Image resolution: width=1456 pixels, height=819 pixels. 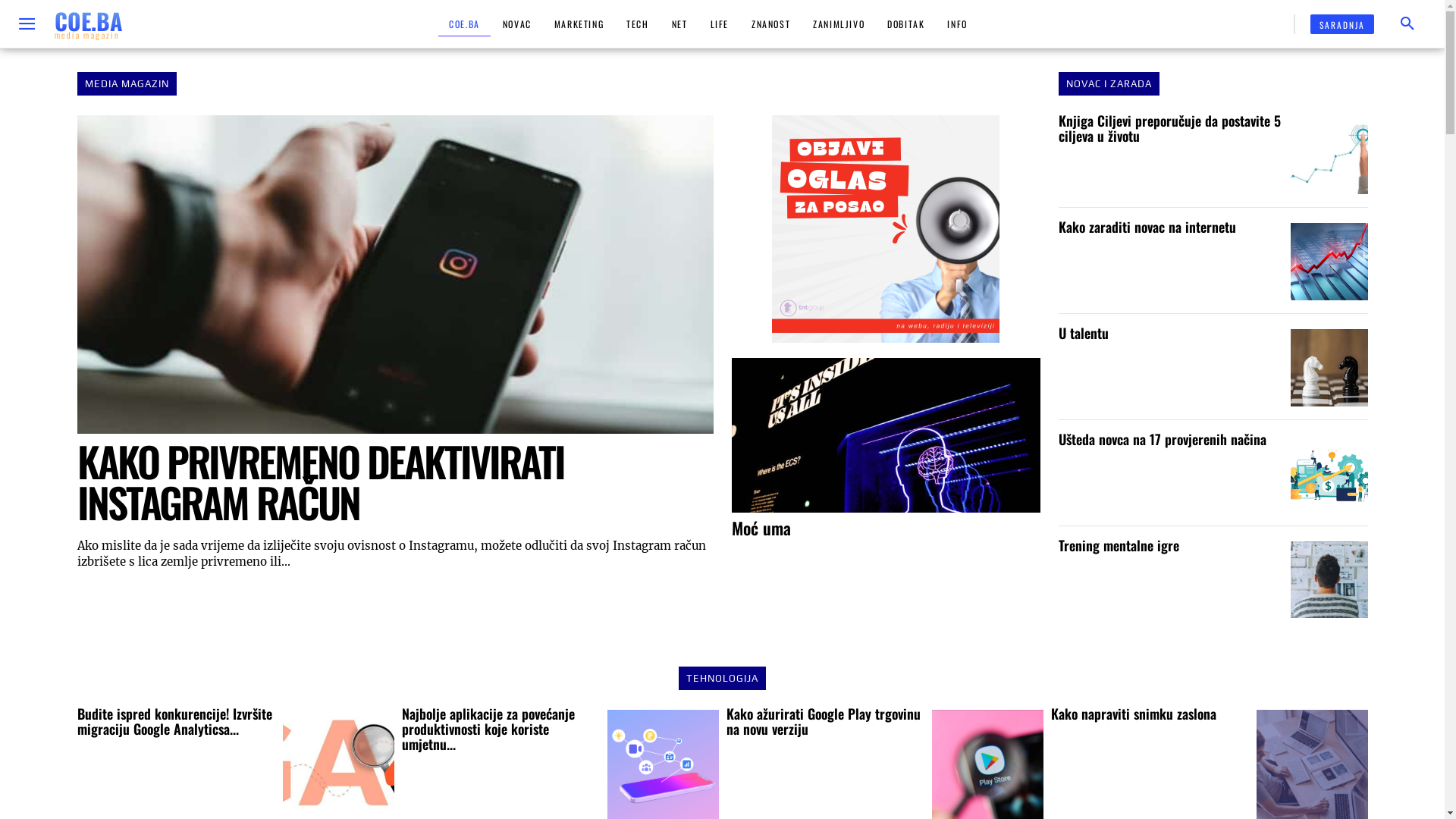 What do you see at coordinates (837, 24) in the screenshot?
I see `'ZANIMLJIVO'` at bounding box center [837, 24].